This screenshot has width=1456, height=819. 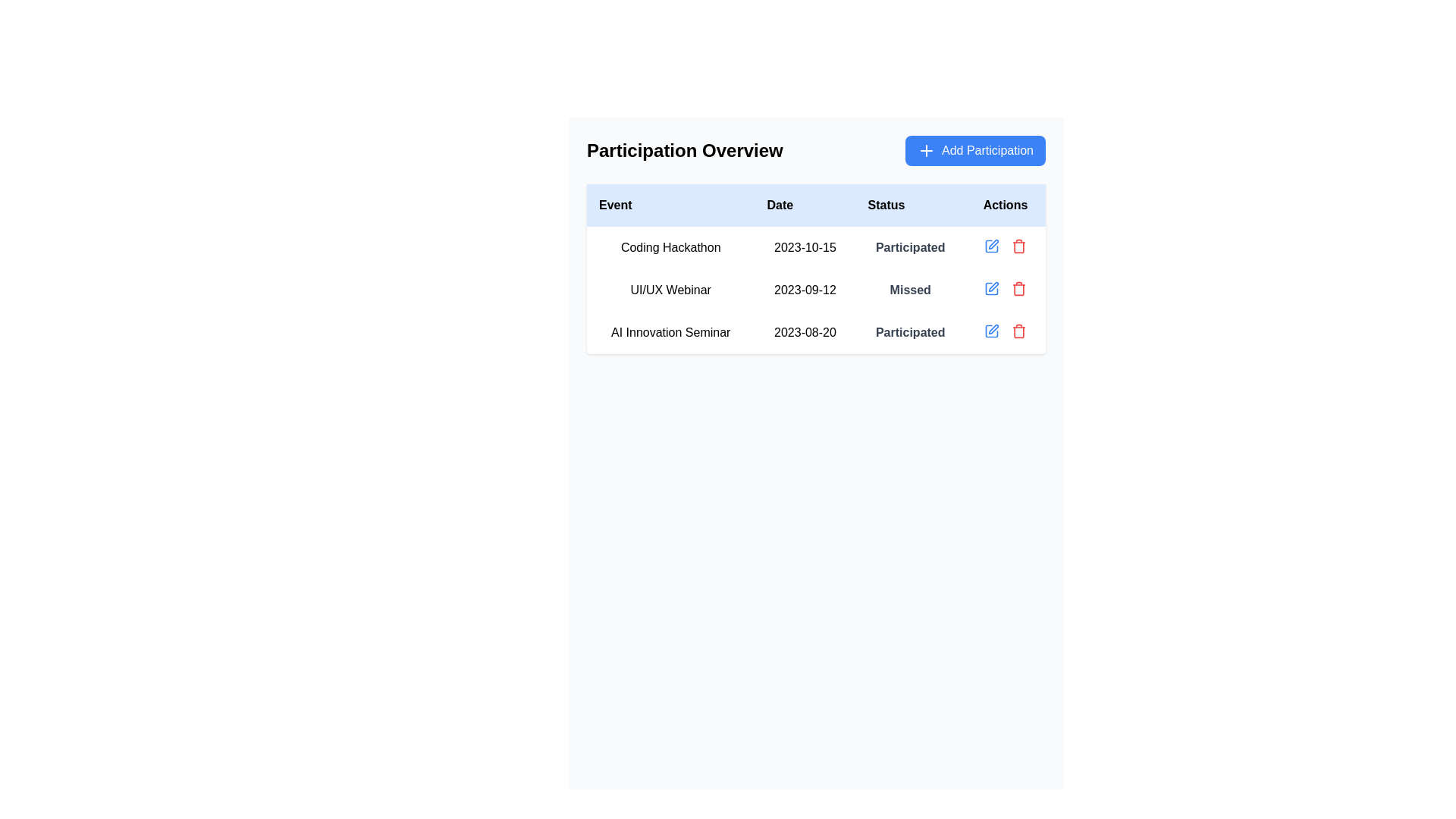 I want to click on the leftmost interactive icon in the action icons for the 'UI/UX Webinar' row, so click(x=991, y=330).